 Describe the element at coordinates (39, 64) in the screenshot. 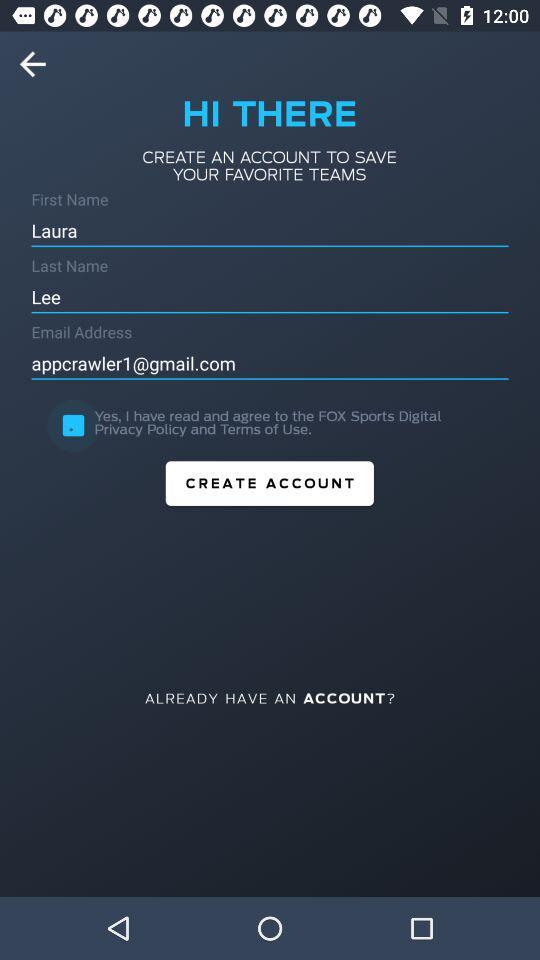

I see `the arrow_backward icon` at that location.